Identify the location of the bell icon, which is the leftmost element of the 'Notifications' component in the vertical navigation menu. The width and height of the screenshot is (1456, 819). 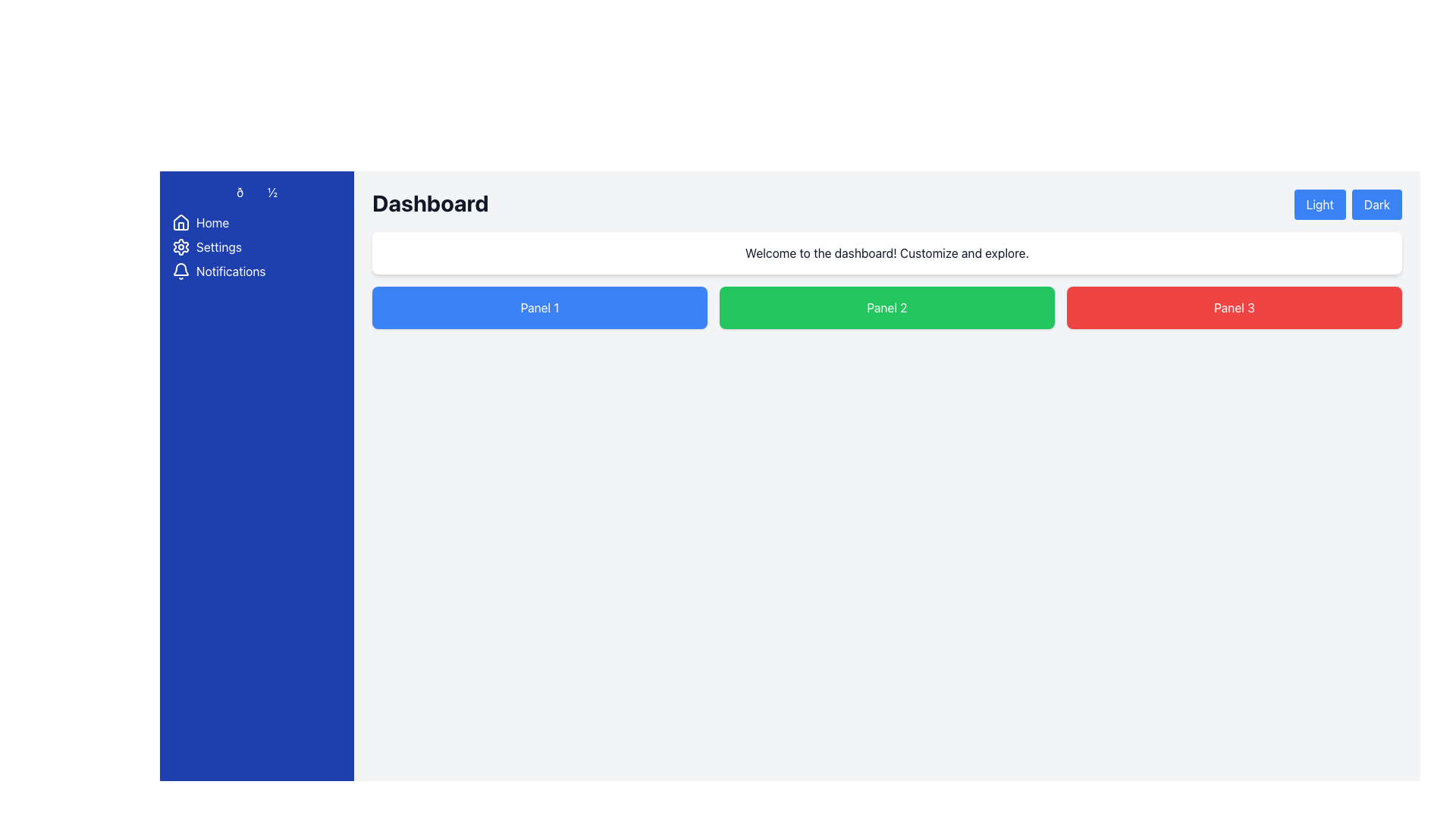
(181, 271).